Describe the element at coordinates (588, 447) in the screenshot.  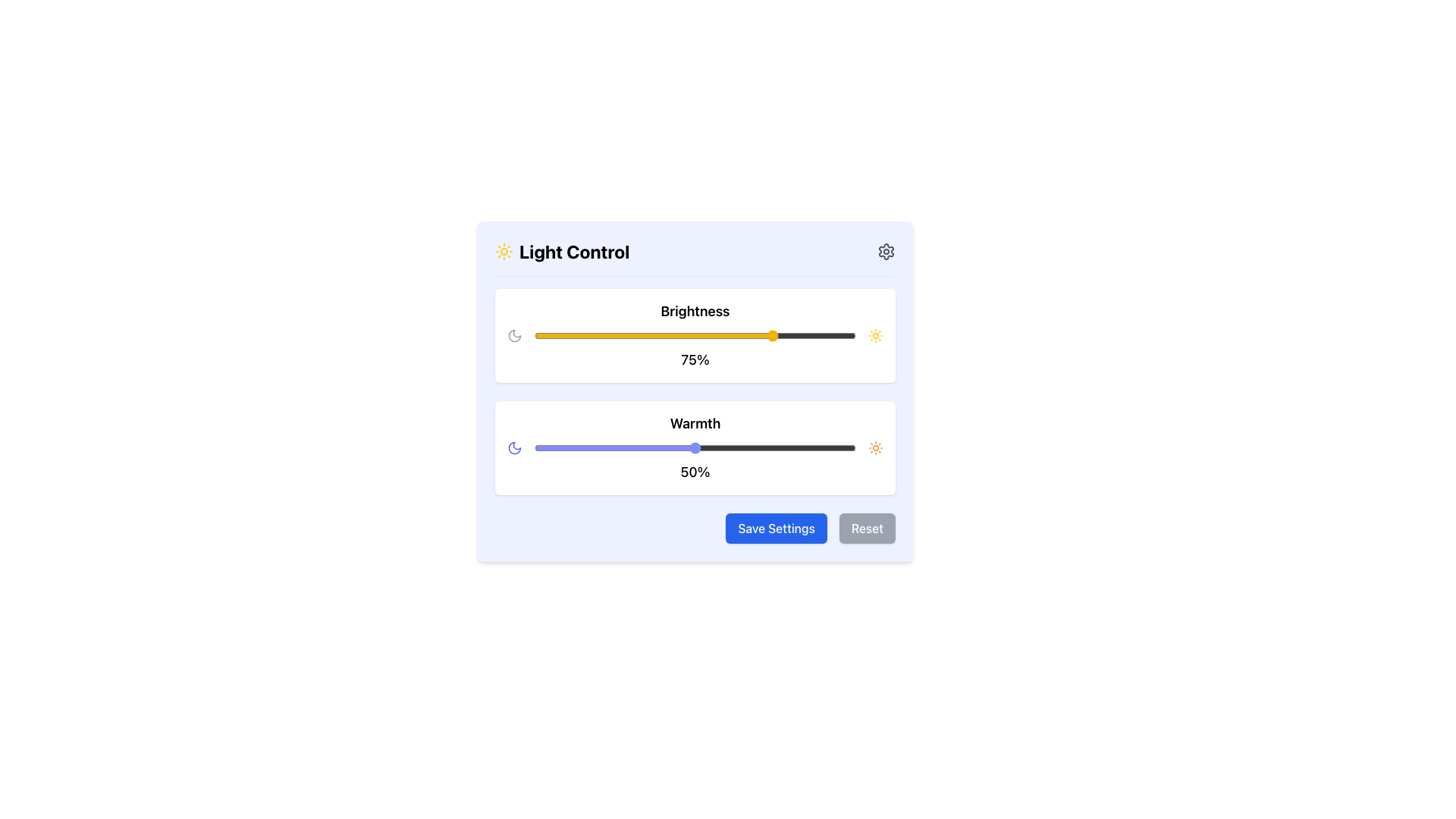
I see `warmth` at that location.